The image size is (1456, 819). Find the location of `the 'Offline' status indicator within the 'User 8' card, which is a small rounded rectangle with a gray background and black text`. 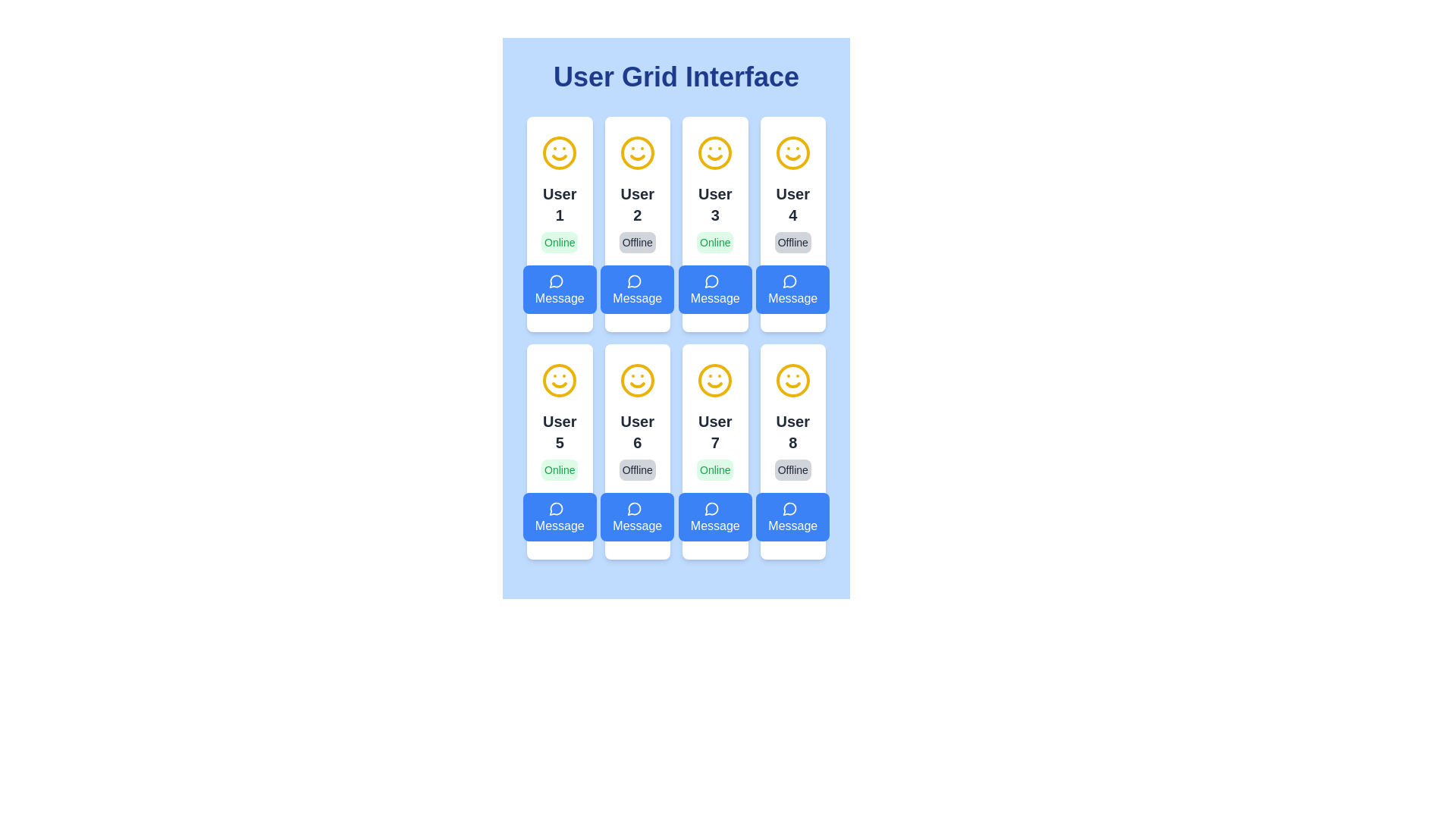

the 'Offline' status indicator within the 'User 8' card, which is a small rounded rectangle with a gray background and black text is located at coordinates (792, 469).